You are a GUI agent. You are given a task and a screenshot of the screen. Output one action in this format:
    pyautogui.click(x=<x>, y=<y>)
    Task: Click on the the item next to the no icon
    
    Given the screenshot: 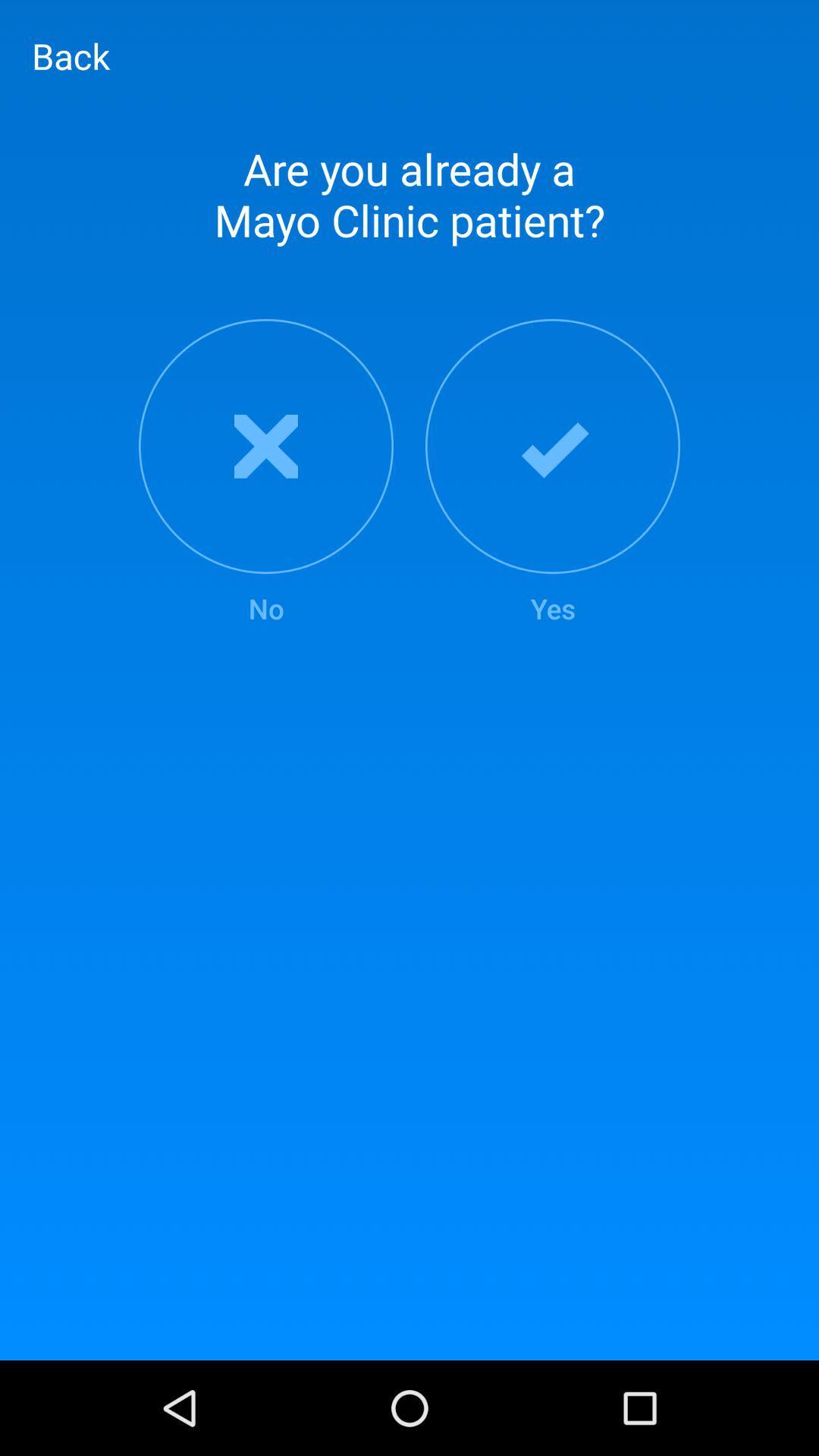 What is the action you would take?
    pyautogui.click(x=553, y=472)
    